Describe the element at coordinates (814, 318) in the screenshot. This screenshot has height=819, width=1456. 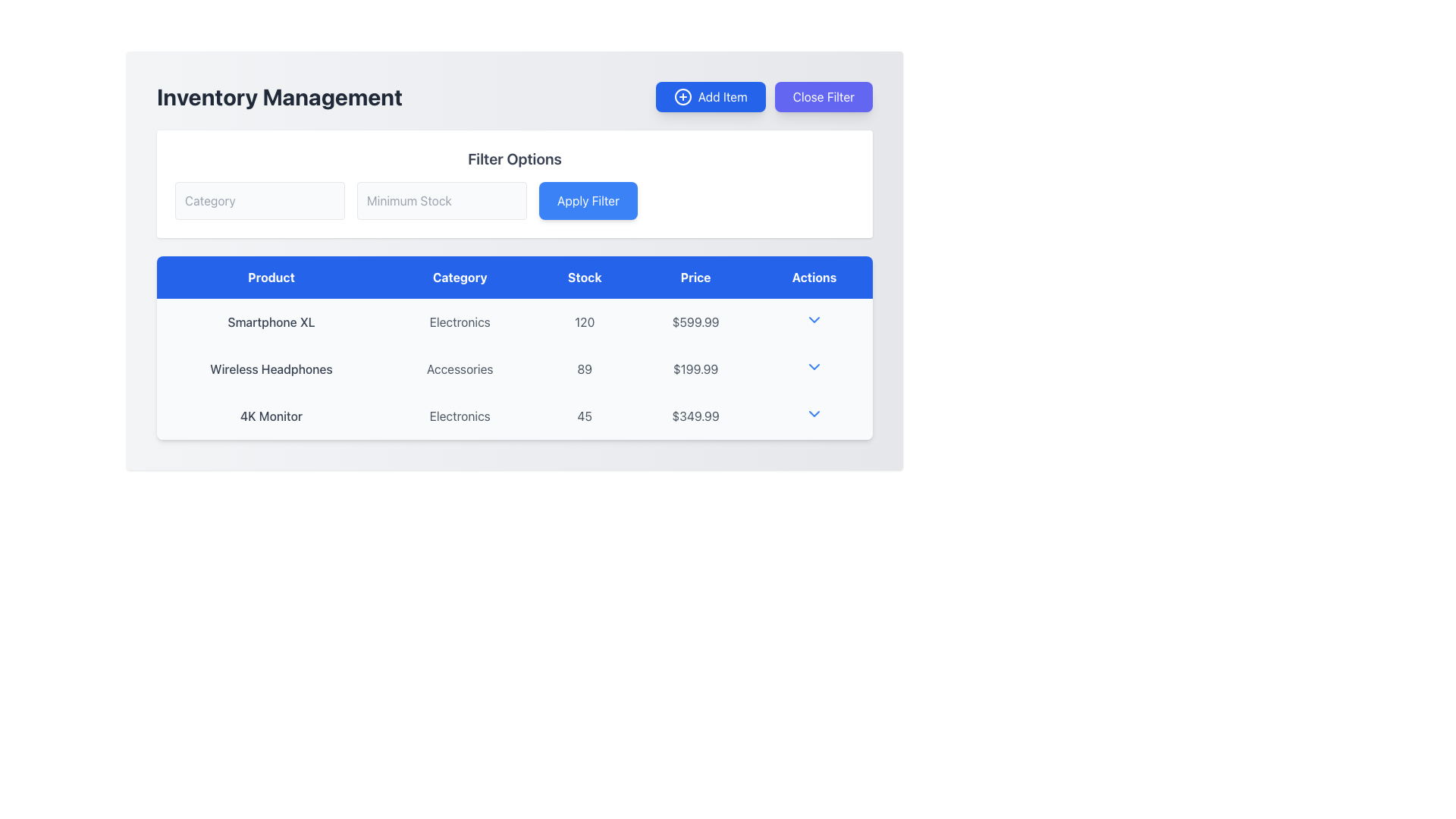
I see `the expandable menu trigger button located in the 'Actions' column of the first row for the 'Smartphone XL' product` at that location.